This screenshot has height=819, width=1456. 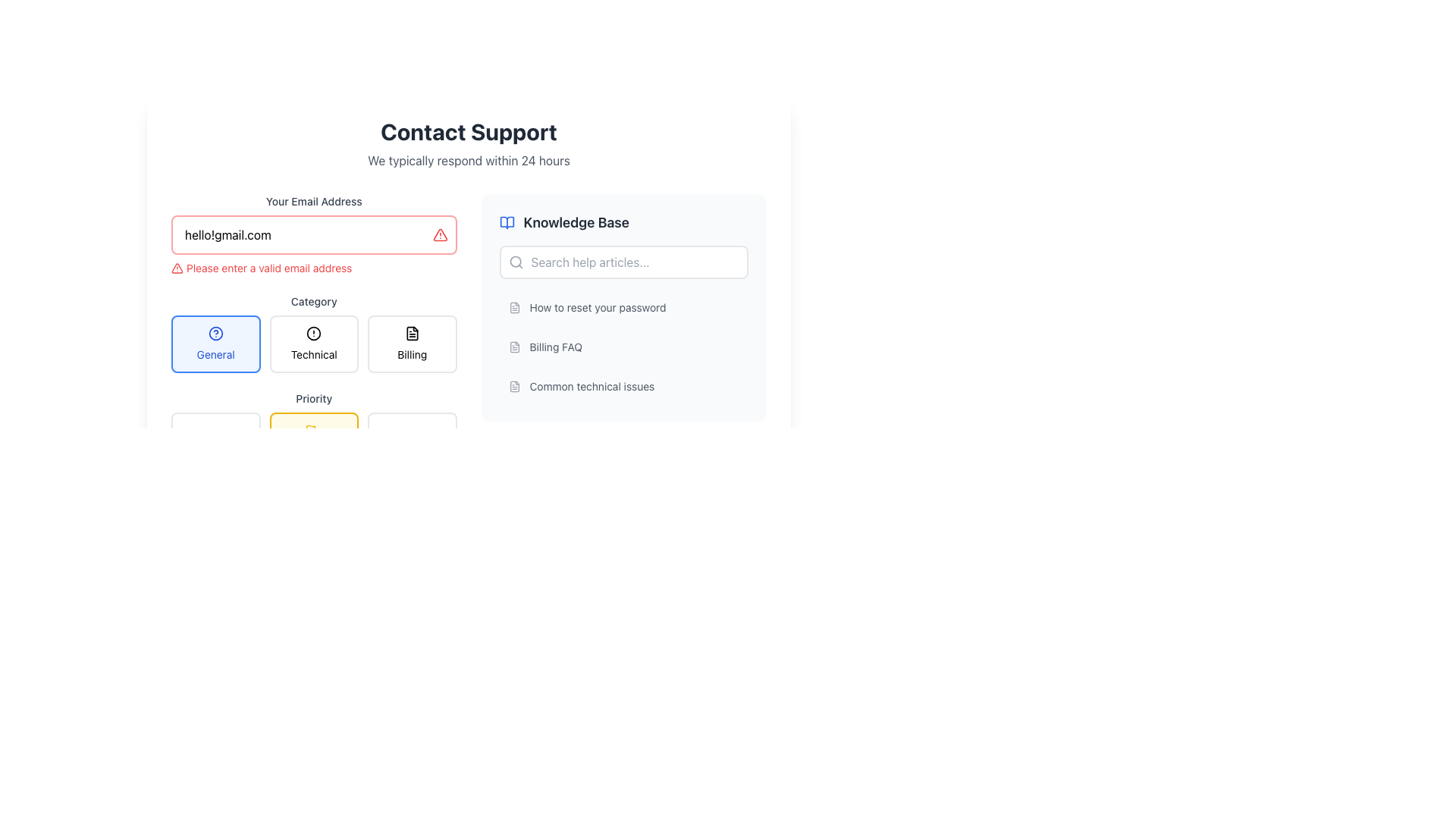 I want to click on the 'Technical' button, which has a white background, rounded corners, an alert icon, and is located in the middle of the three category buttons under the 'Category' section, so click(x=313, y=344).